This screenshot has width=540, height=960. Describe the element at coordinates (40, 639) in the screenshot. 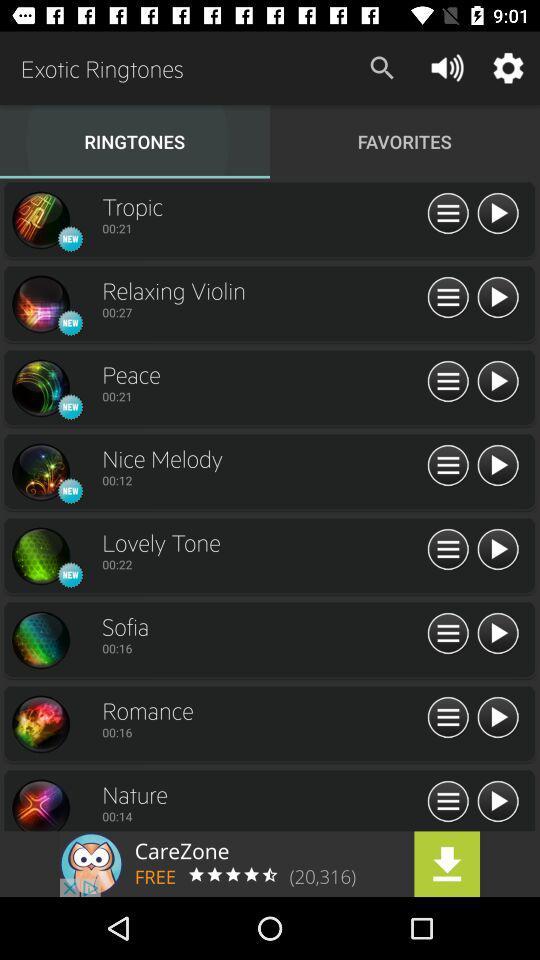

I see `song design symbol` at that location.